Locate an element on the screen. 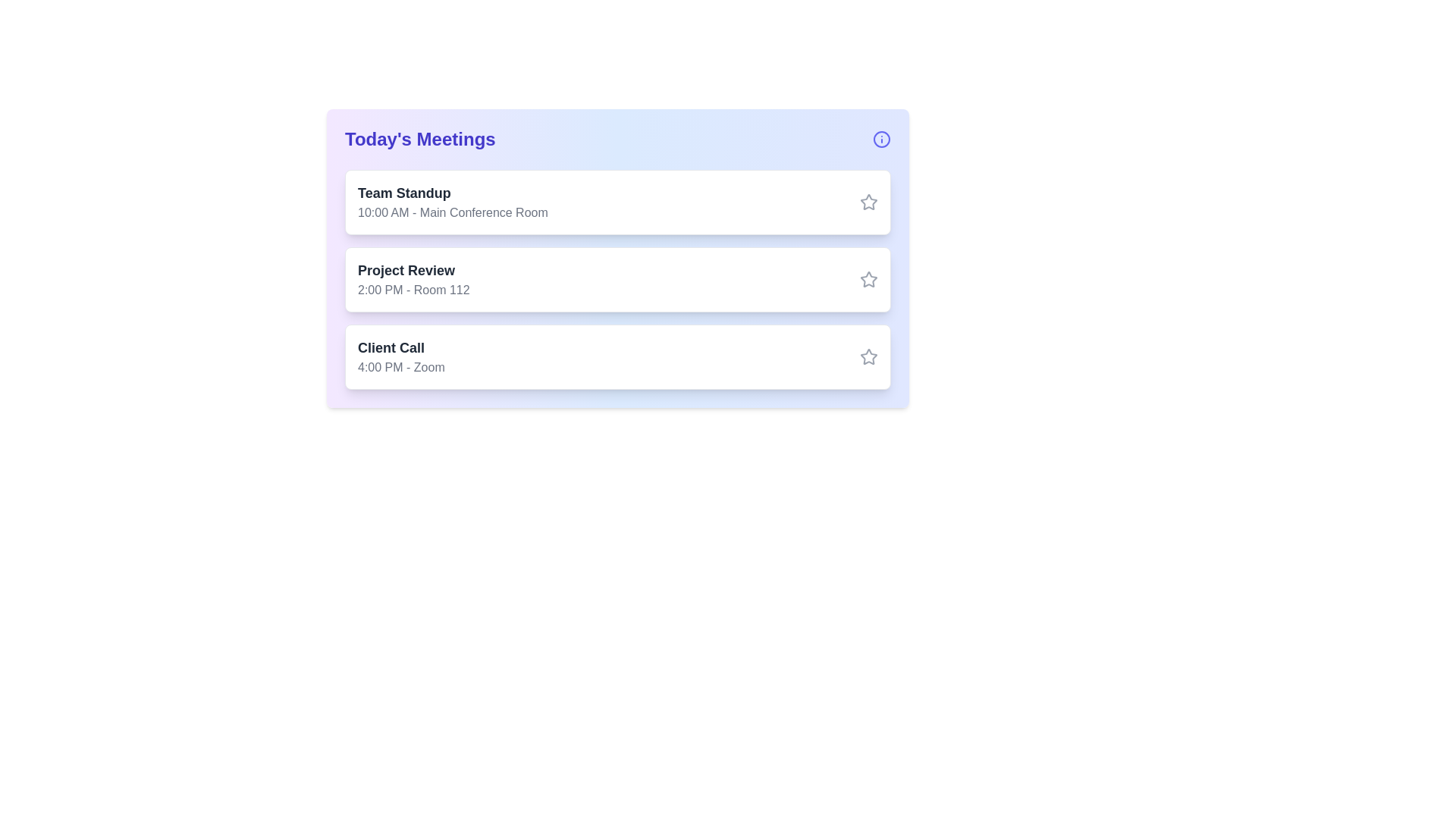 Image resolution: width=1456 pixels, height=819 pixels. the 'Project Review' heading, which is styled in bold and slightly larger font size, located within the second meeting entry in the schedule is located at coordinates (413, 270).